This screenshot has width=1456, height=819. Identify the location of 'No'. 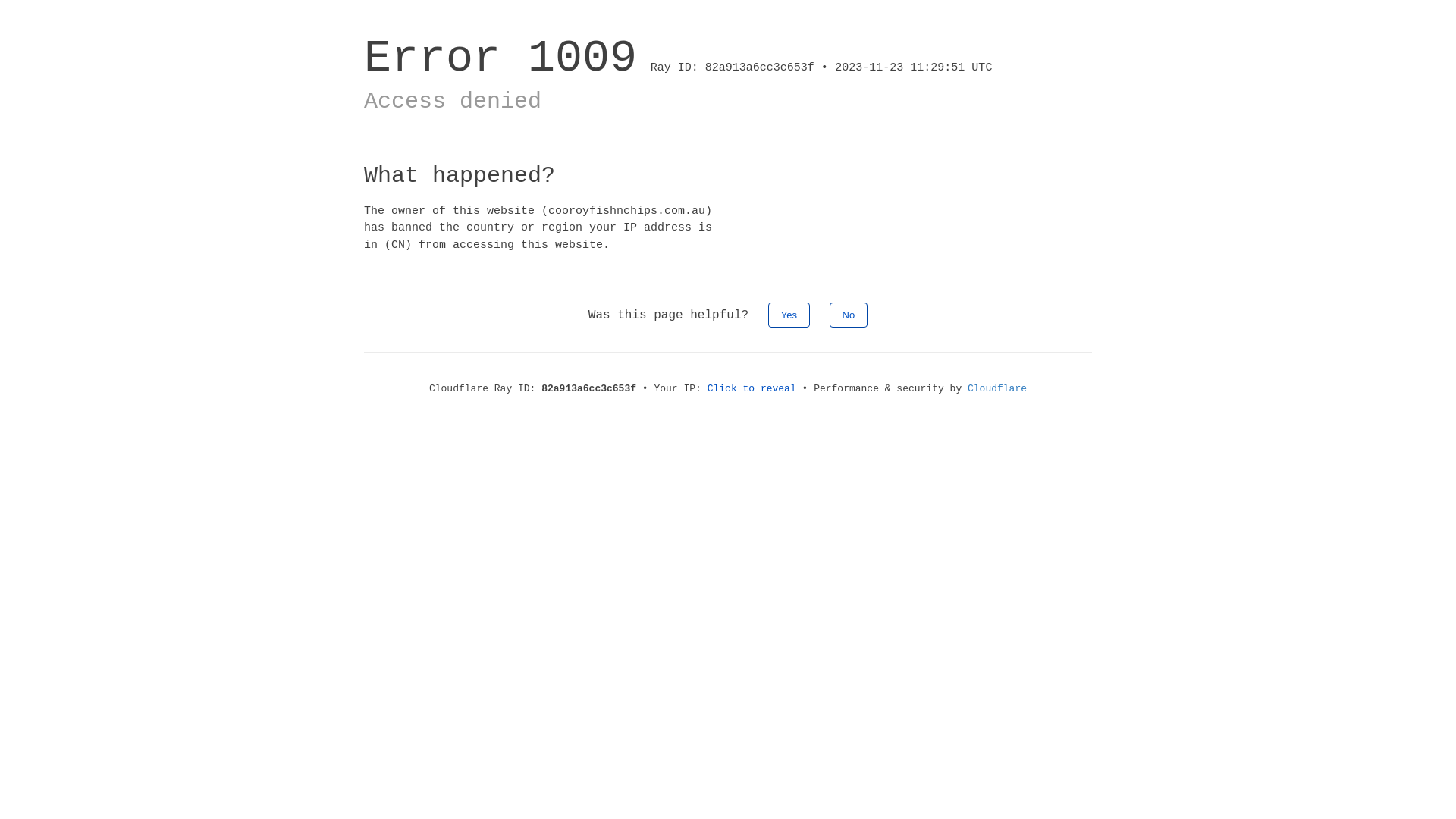
(848, 314).